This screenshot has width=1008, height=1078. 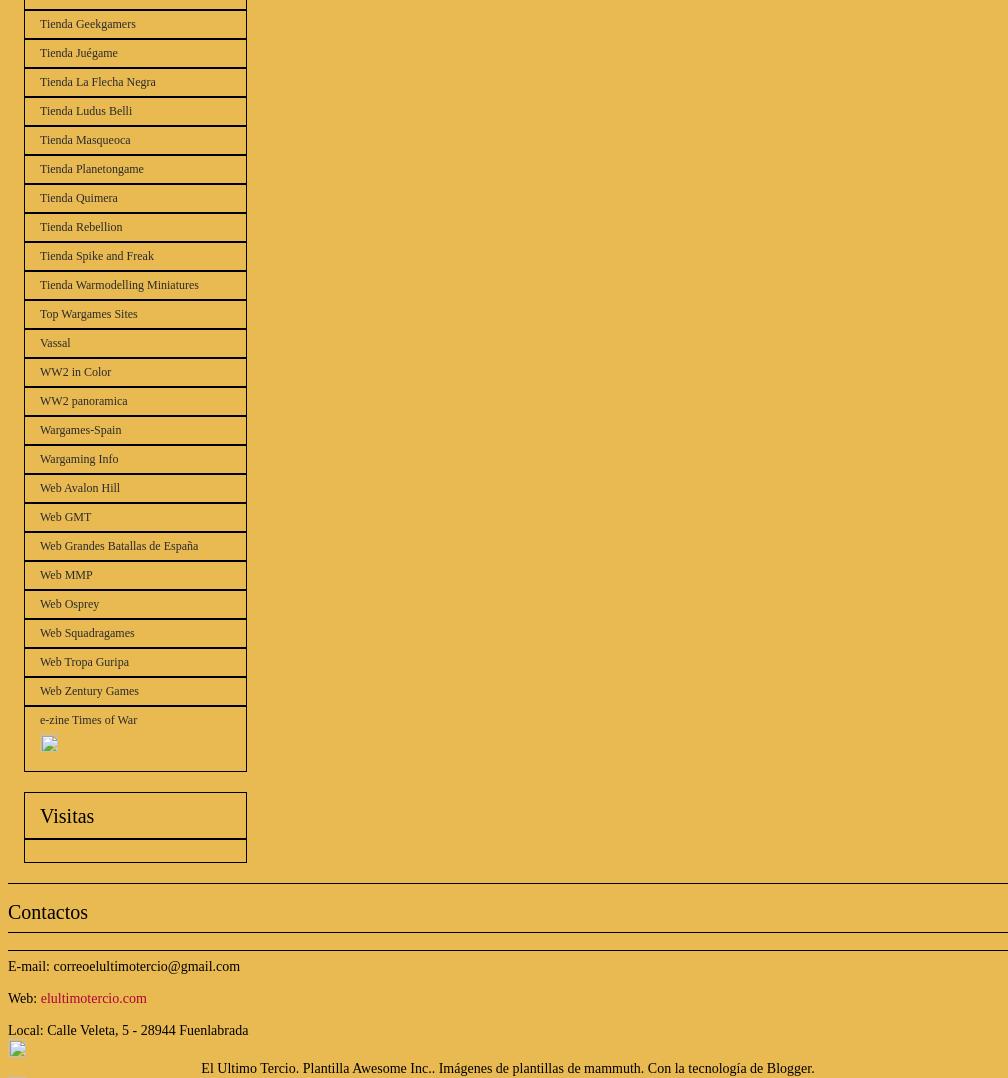 I want to click on 'Web:', so click(x=23, y=997).